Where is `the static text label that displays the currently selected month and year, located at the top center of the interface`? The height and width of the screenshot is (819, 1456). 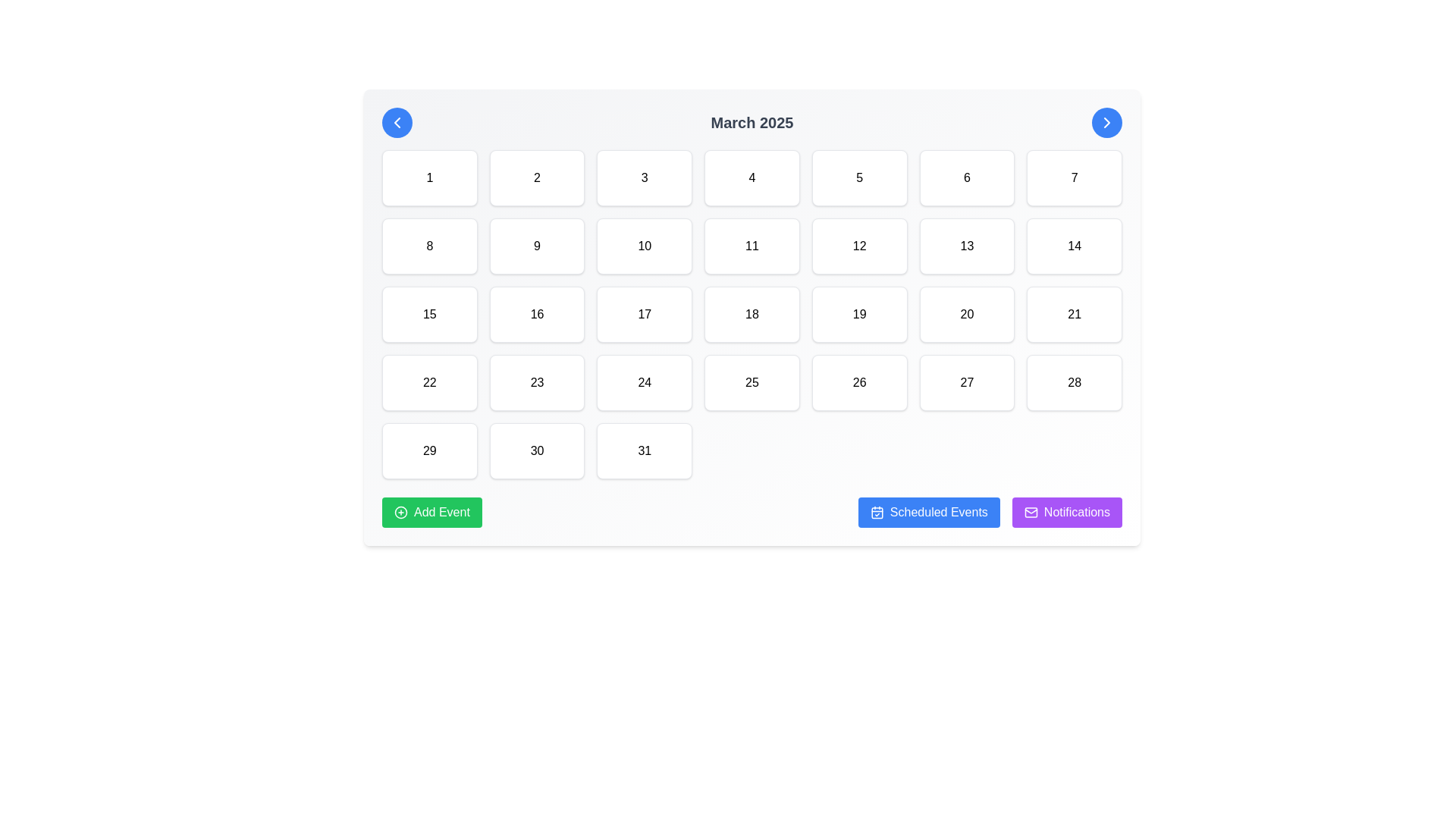
the static text label that displays the currently selected month and year, located at the top center of the interface is located at coordinates (752, 122).